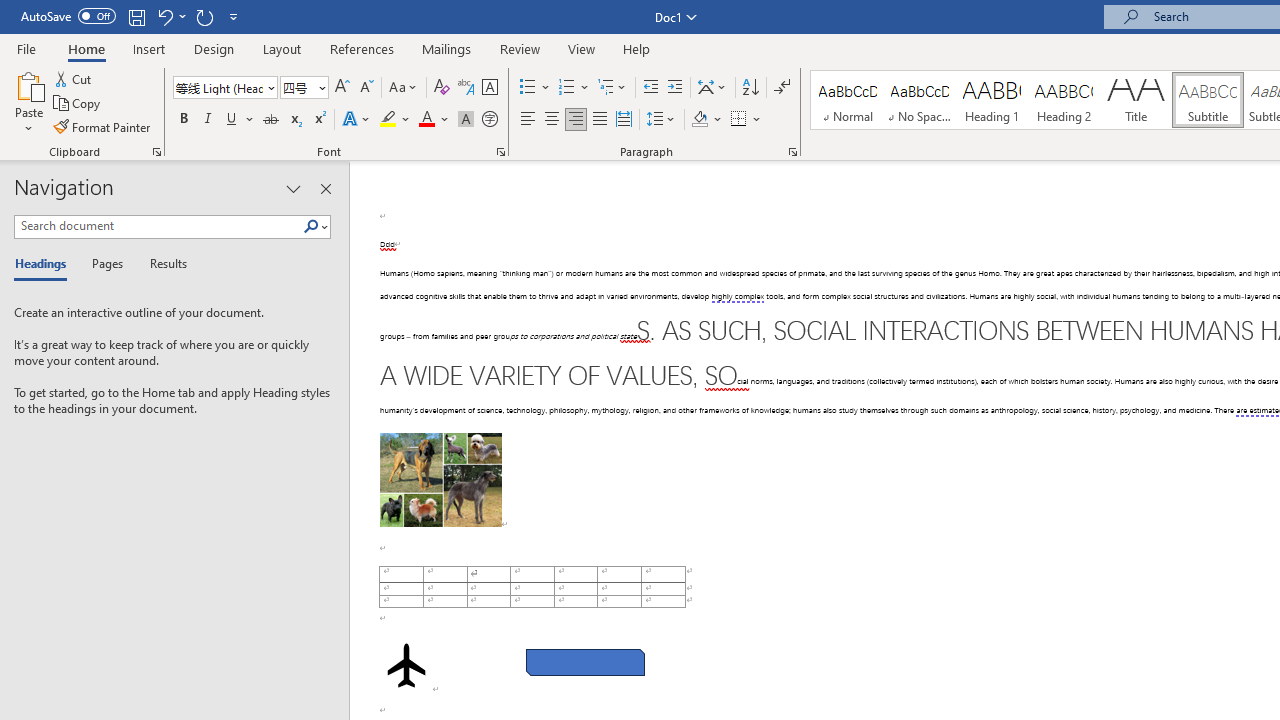  I want to click on 'Help', so click(636, 48).